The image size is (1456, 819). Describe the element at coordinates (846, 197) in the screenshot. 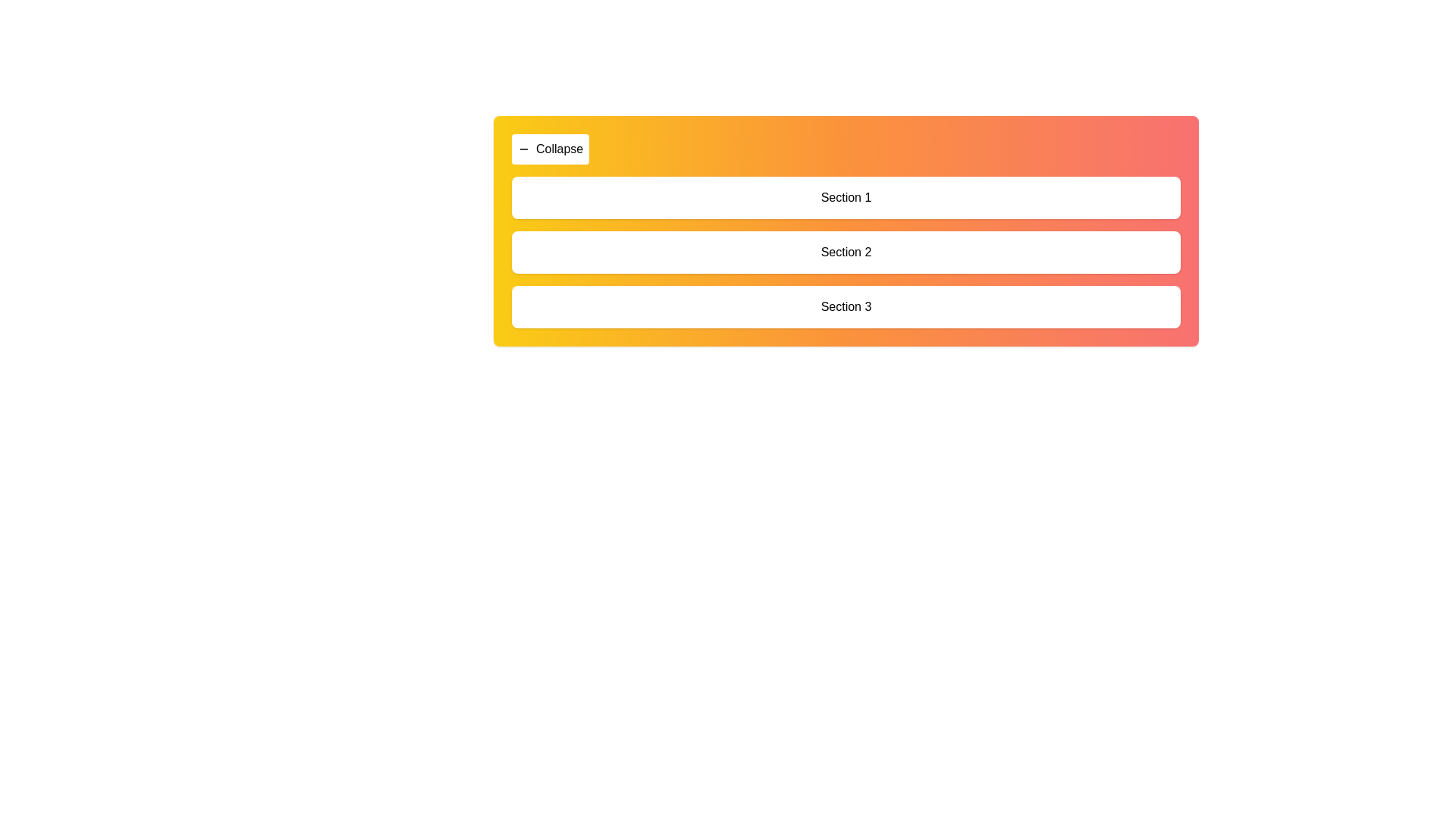

I see `the clickable section header labeled 'Section 1' to trigger a tooltip or highlight effect` at that location.